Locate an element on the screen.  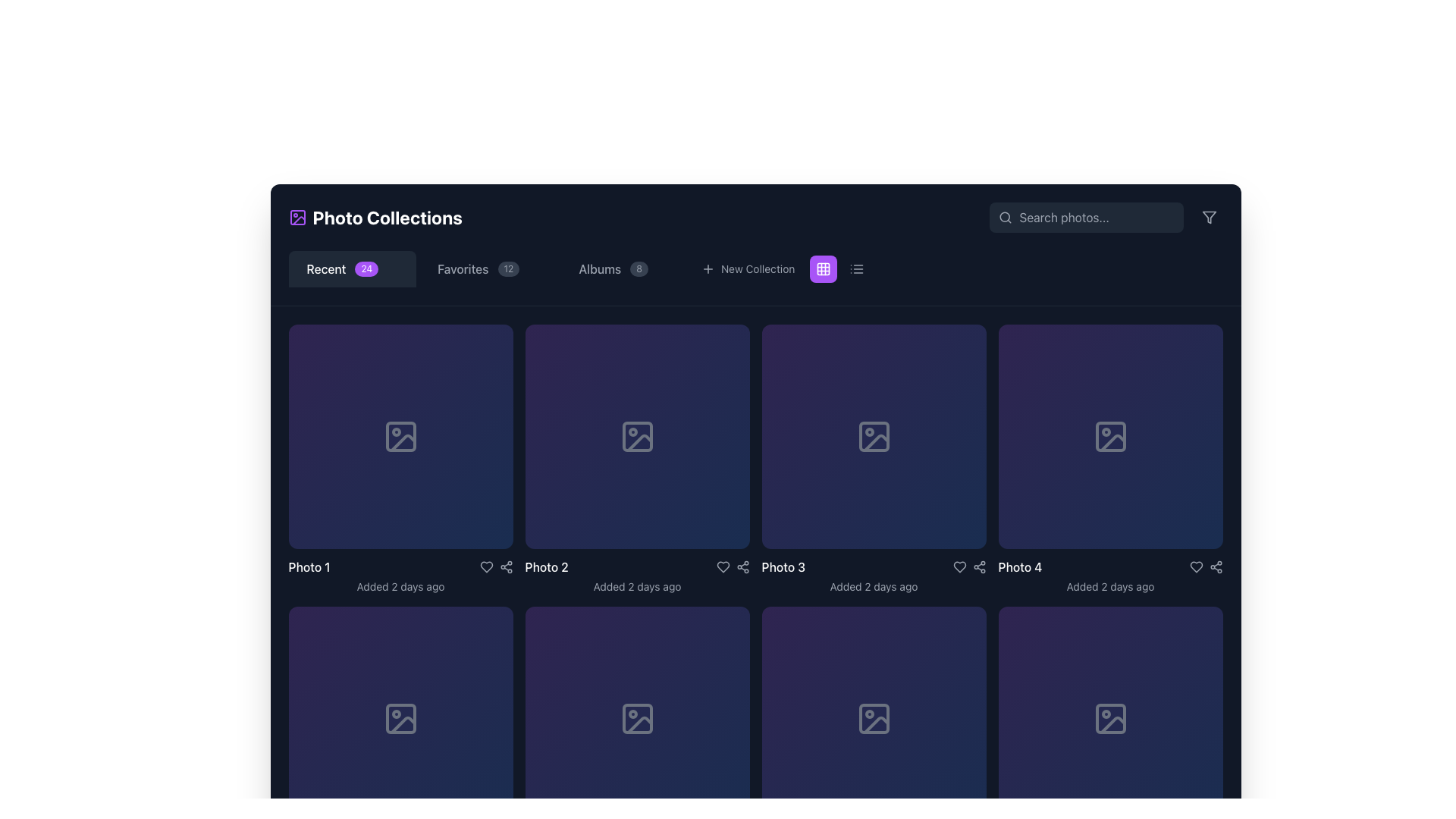
the text label displaying 'Added 2 days ago' located below the image thumbnail for 'Photo 1' is located at coordinates (400, 586).